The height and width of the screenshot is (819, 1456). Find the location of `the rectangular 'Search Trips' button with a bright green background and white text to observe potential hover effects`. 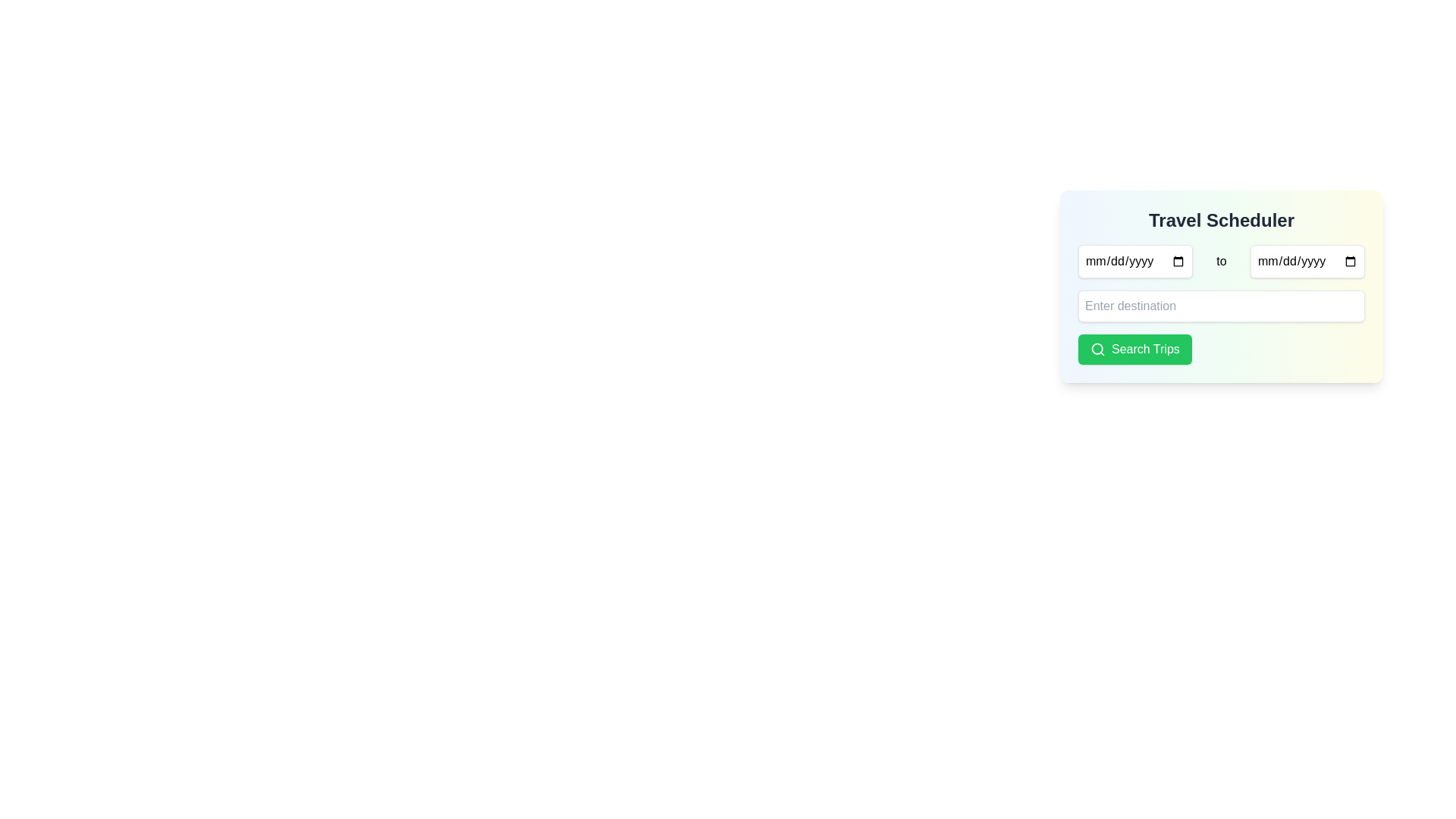

the rectangular 'Search Trips' button with a bright green background and white text to observe potential hover effects is located at coordinates (1134, 350).